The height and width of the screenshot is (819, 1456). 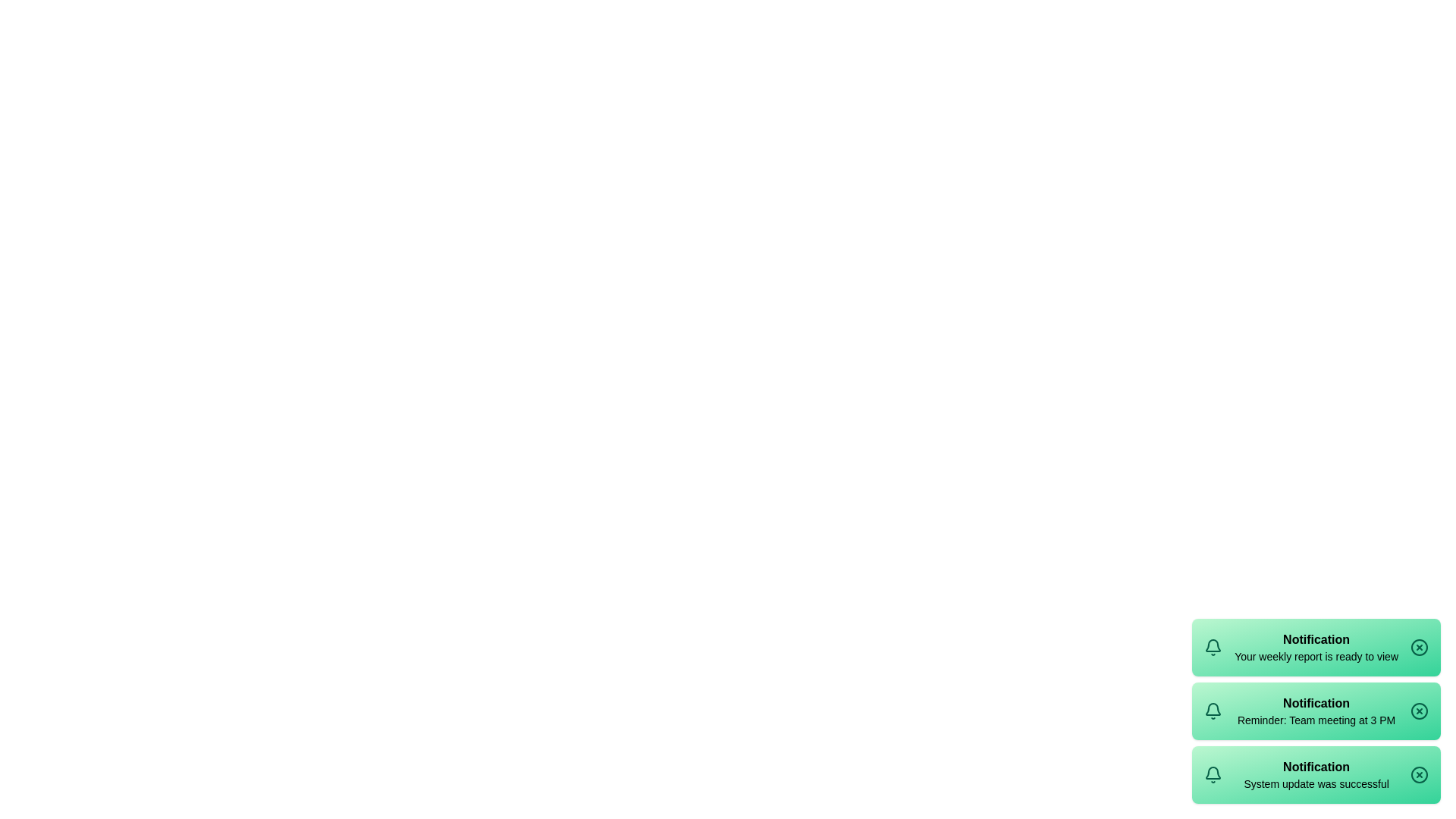 I want to click on the notification bell icon in the notification panel, so click(x=1212, y=647).